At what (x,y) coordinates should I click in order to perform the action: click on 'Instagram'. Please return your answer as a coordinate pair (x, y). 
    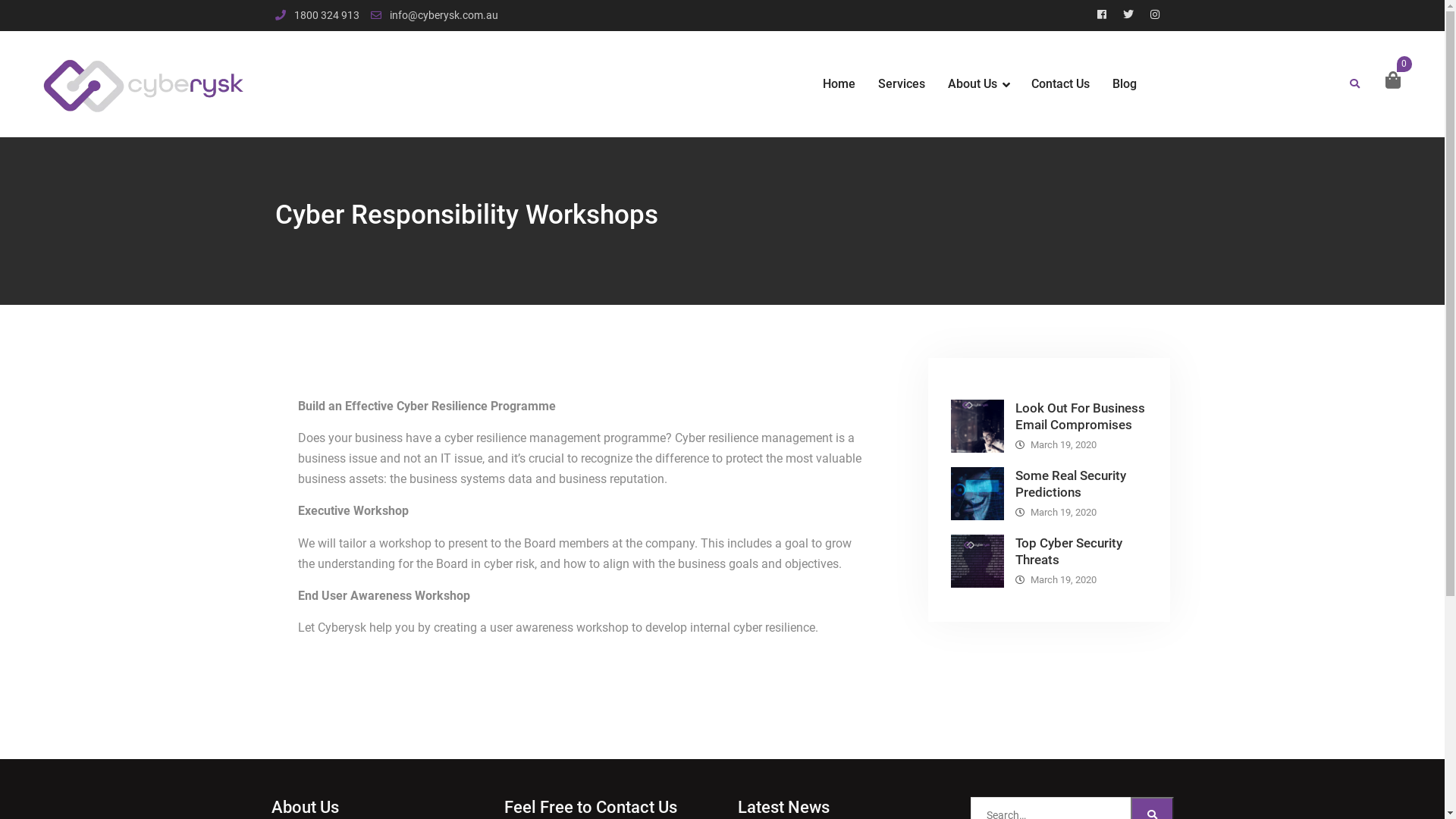
    Looking at the image, I should click on (1143, 14).